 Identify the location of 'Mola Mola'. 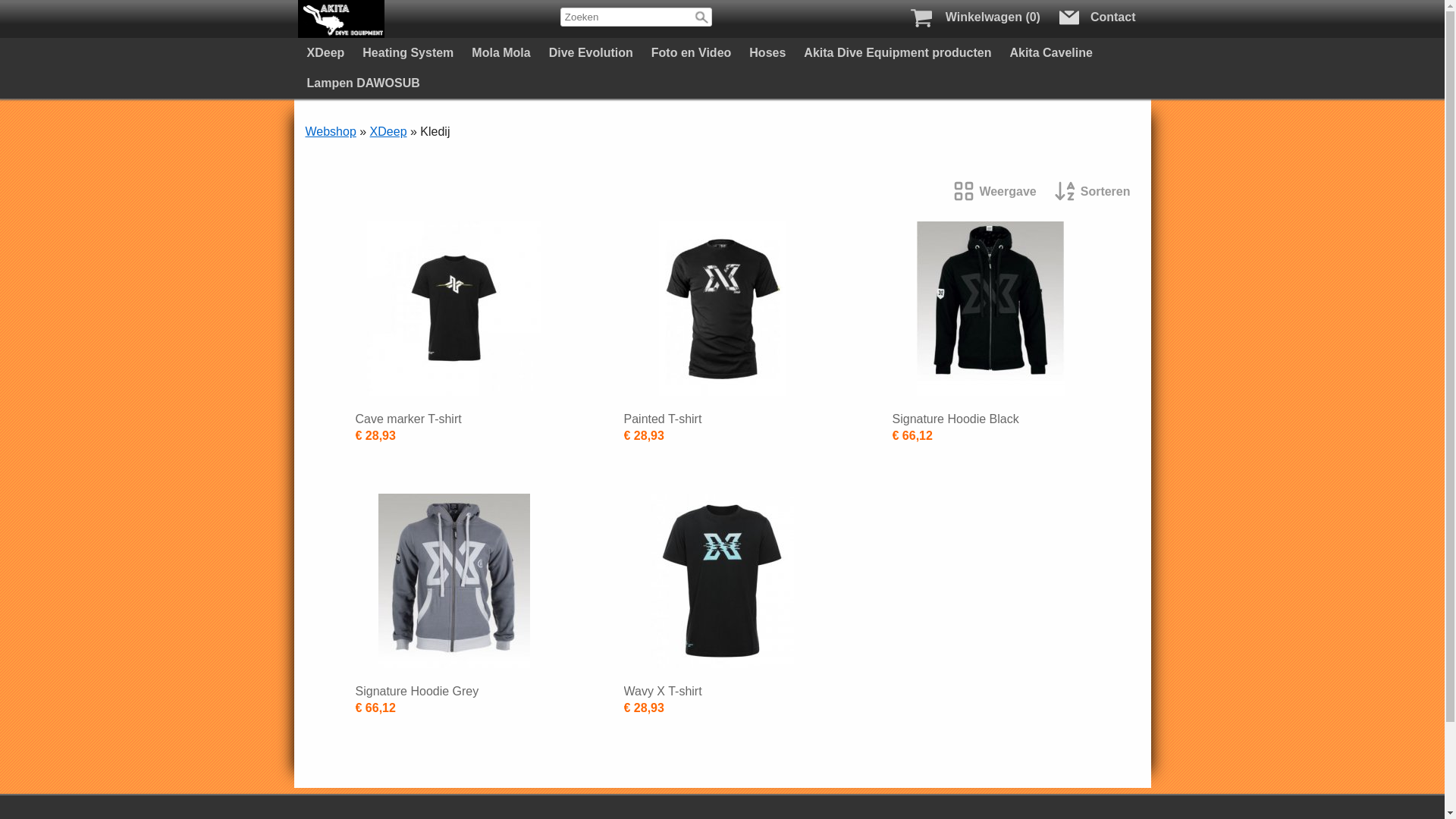
(500, 52).